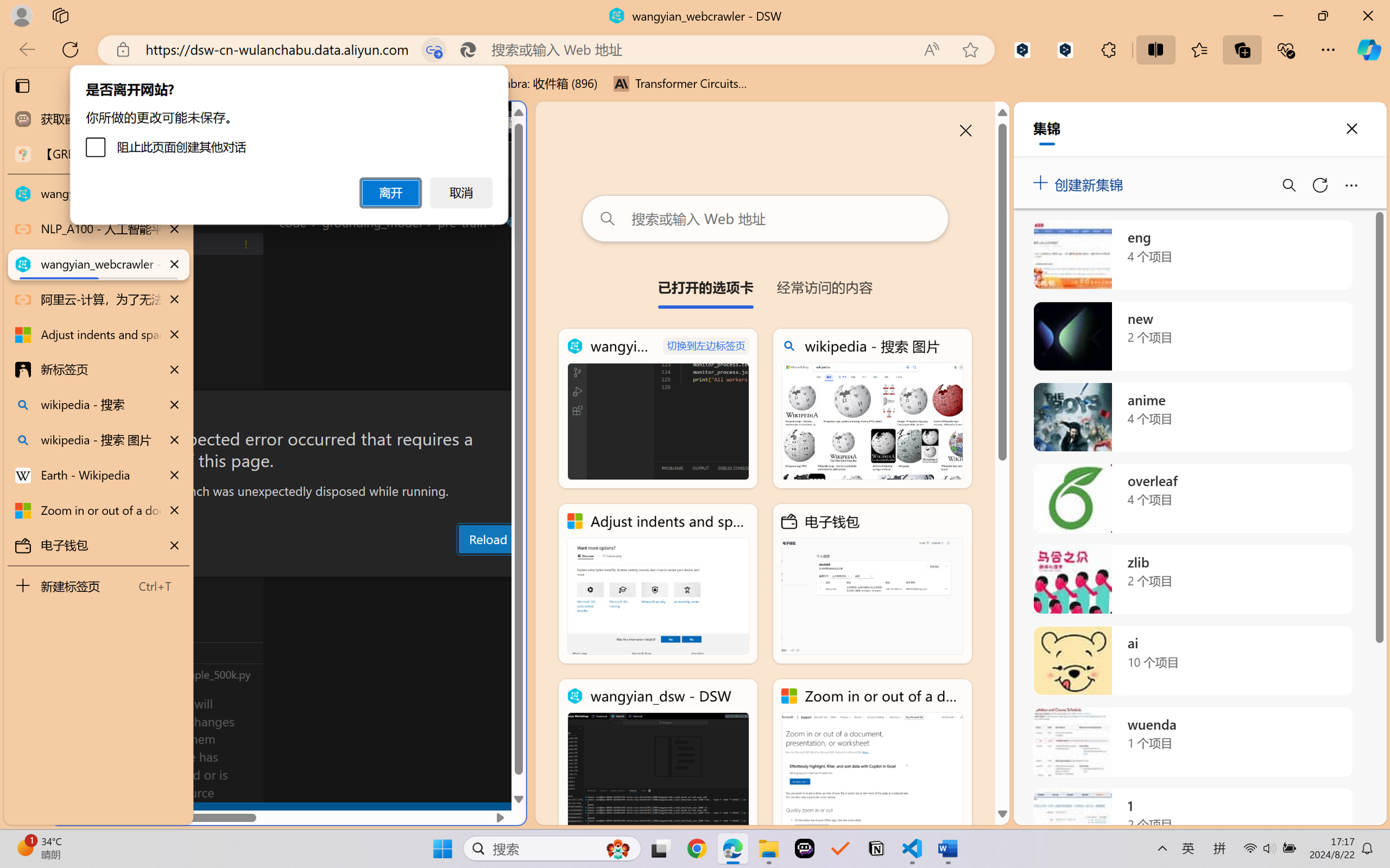  I want to click on 'Adjust indents and spacing - Microsoft Support', so click(658, 584).